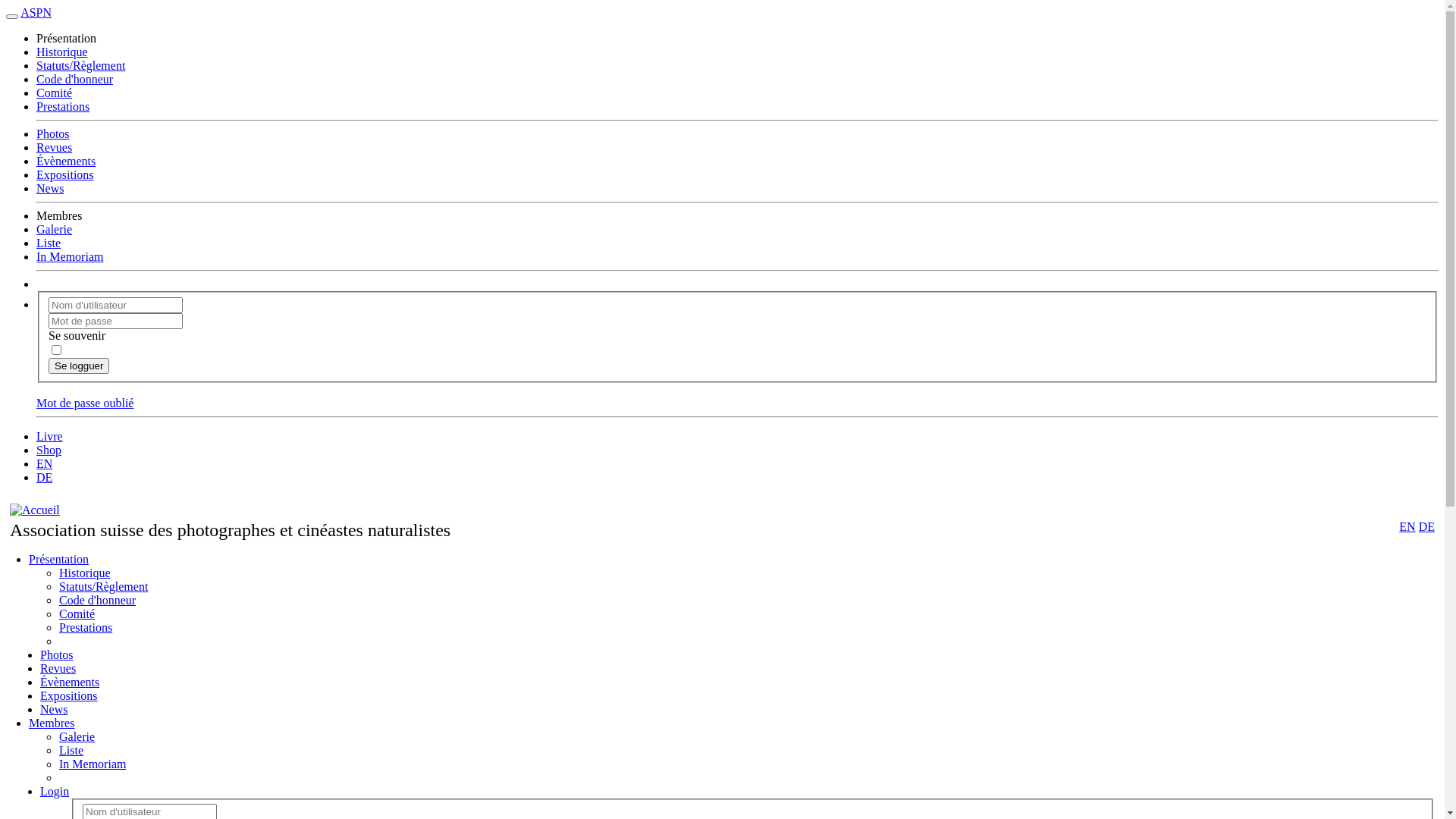 The width and height of the screenshot is (1456, 819). What do you see at coordinates (35, 510) in the screenshot?
I see `'Accueil'` at bounding box center [35, 510].